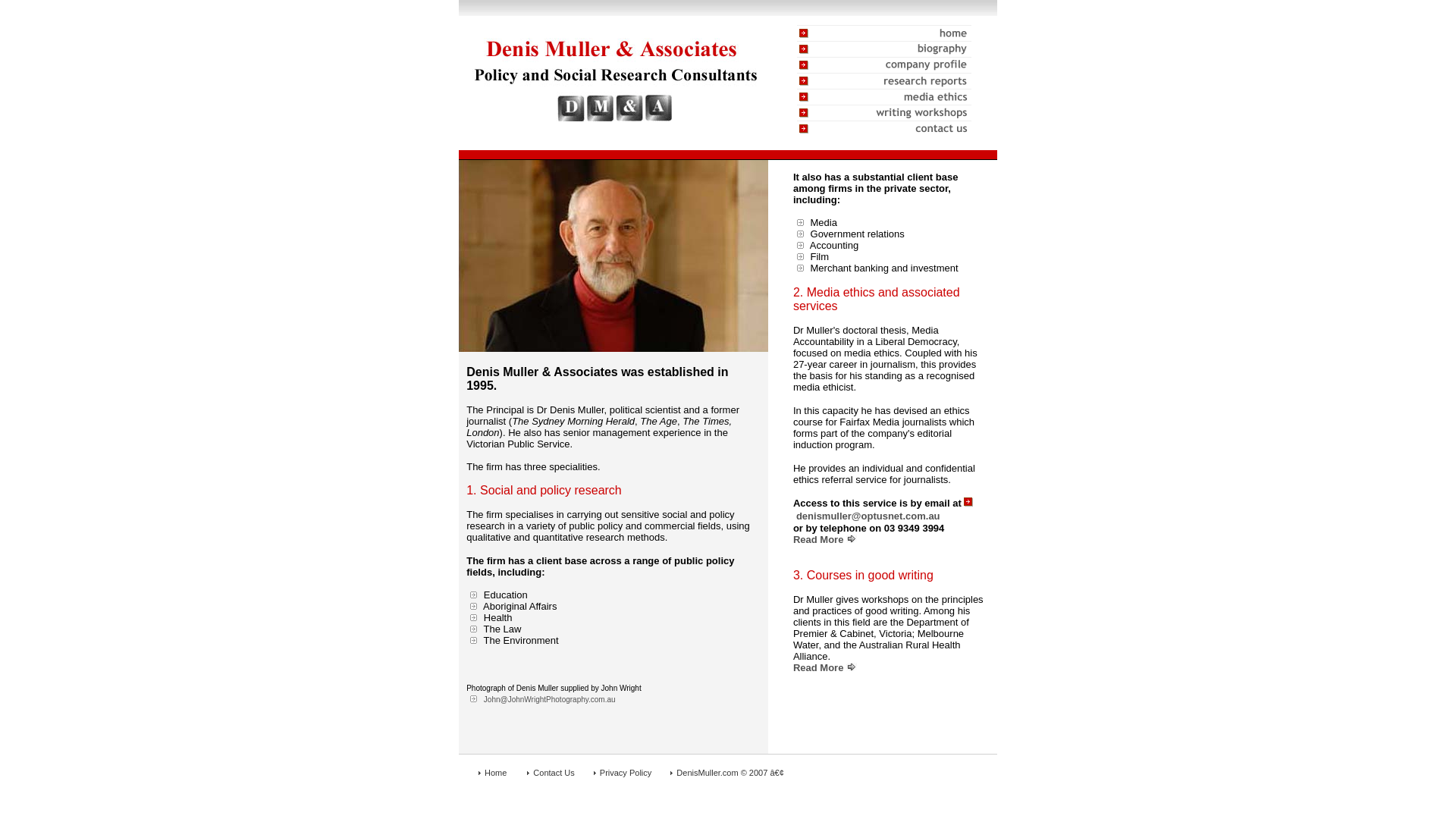 The width and height of the screenshot is (1456, 819). Describe the element at coordinates (817, 662) in the screenshot. I see `'` at that location.